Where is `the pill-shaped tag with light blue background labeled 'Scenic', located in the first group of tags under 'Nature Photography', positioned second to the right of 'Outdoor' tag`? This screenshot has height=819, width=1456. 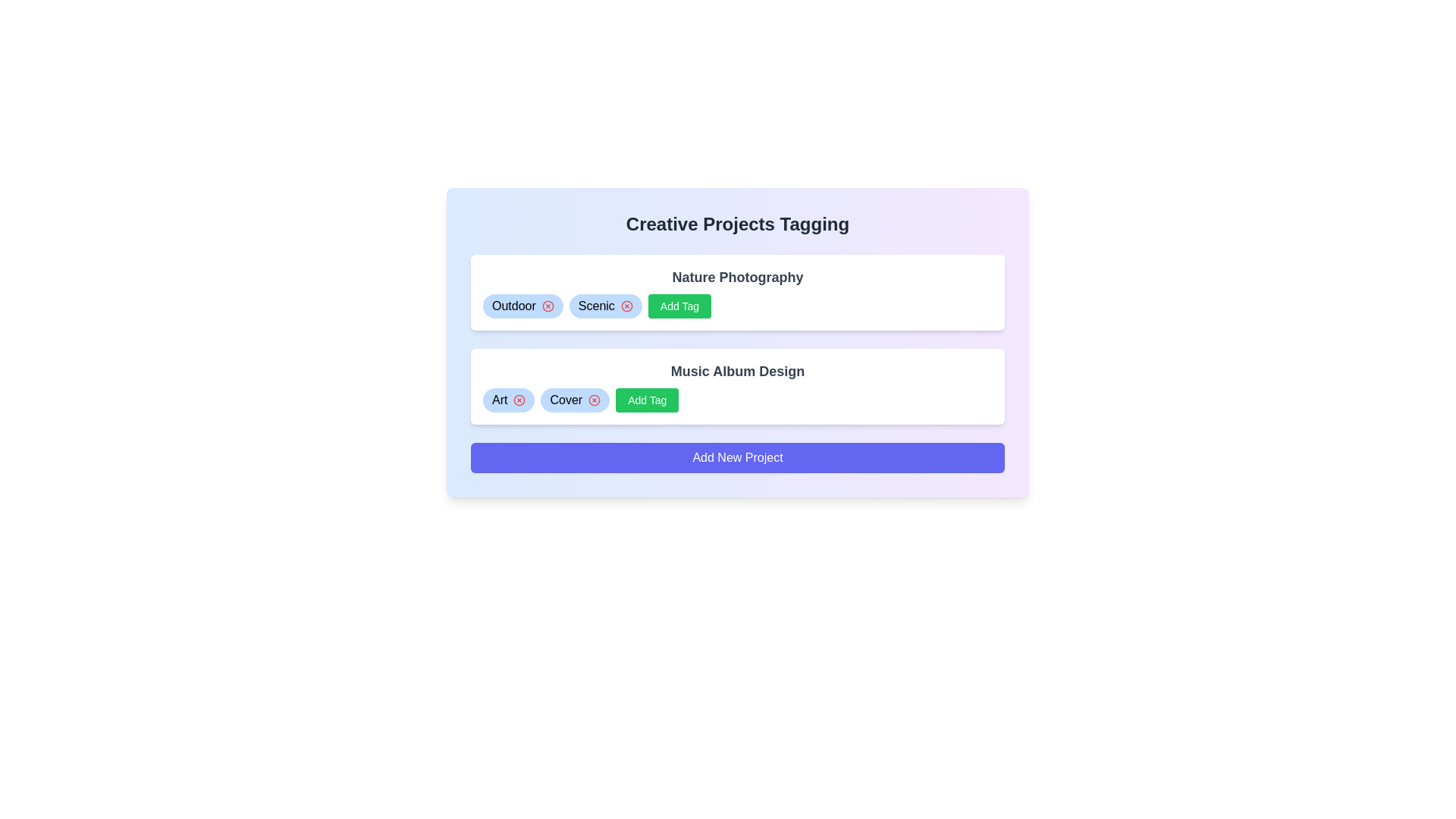 the pill-shaped tag with light blue background labeled 'Scenic', located in the first group of tags under 'Nature Photography', positioned second to the right of 'Outdoor' tag is located at coordinates (604, 306).